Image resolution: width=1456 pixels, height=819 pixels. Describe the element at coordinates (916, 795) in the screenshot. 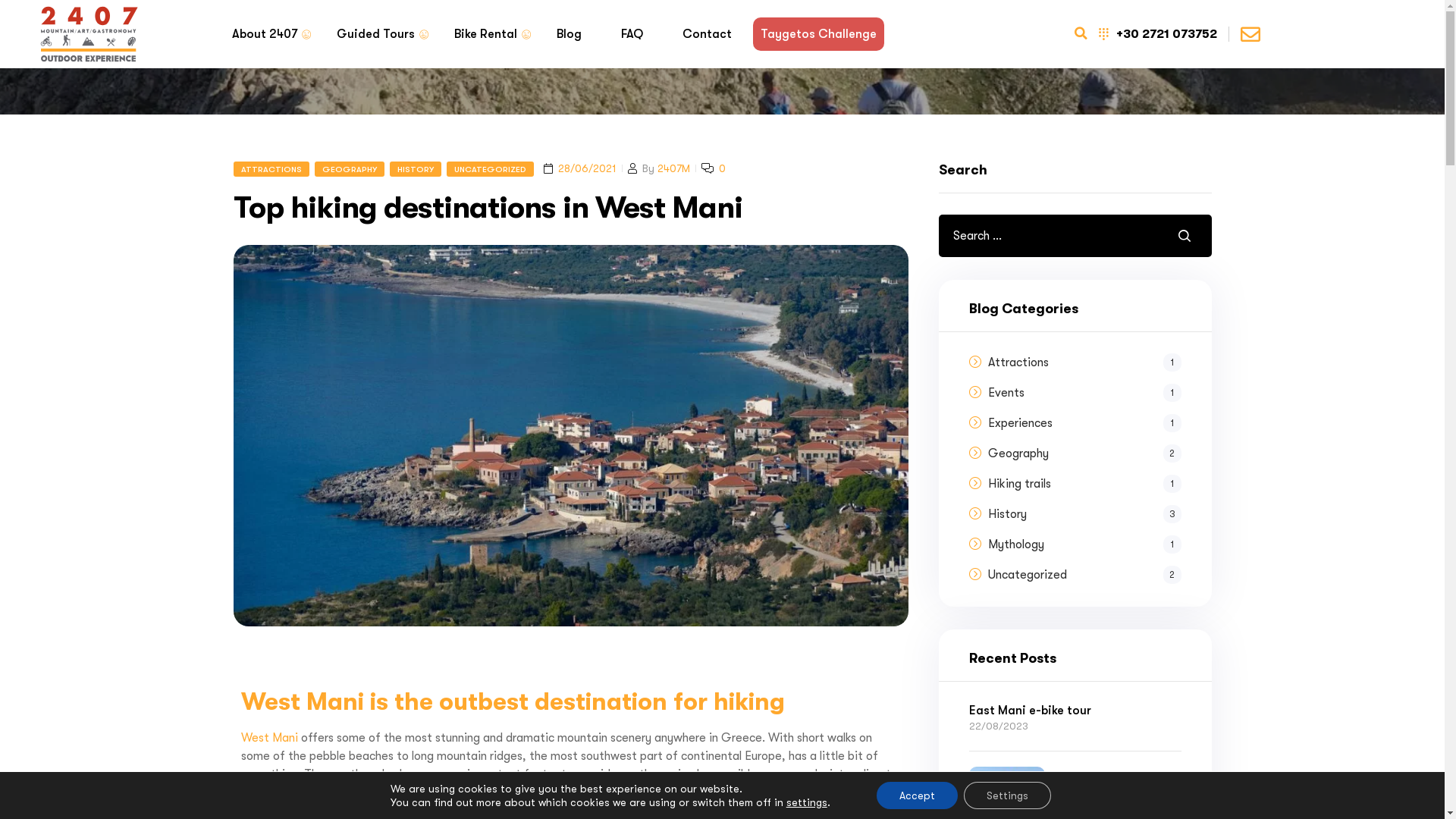

I see `'Accept'` at that location.